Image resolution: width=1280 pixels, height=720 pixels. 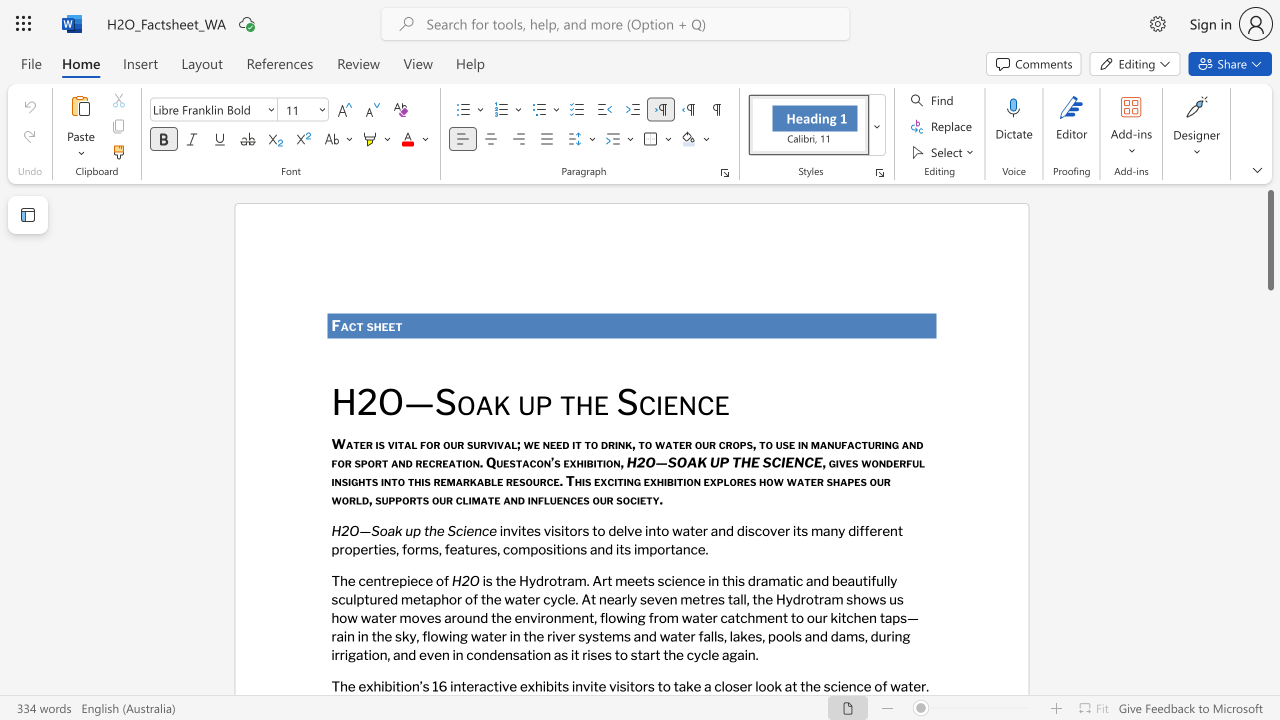 I want to click on the scrollbar to move the page downward, so click(x=1269, y=318).